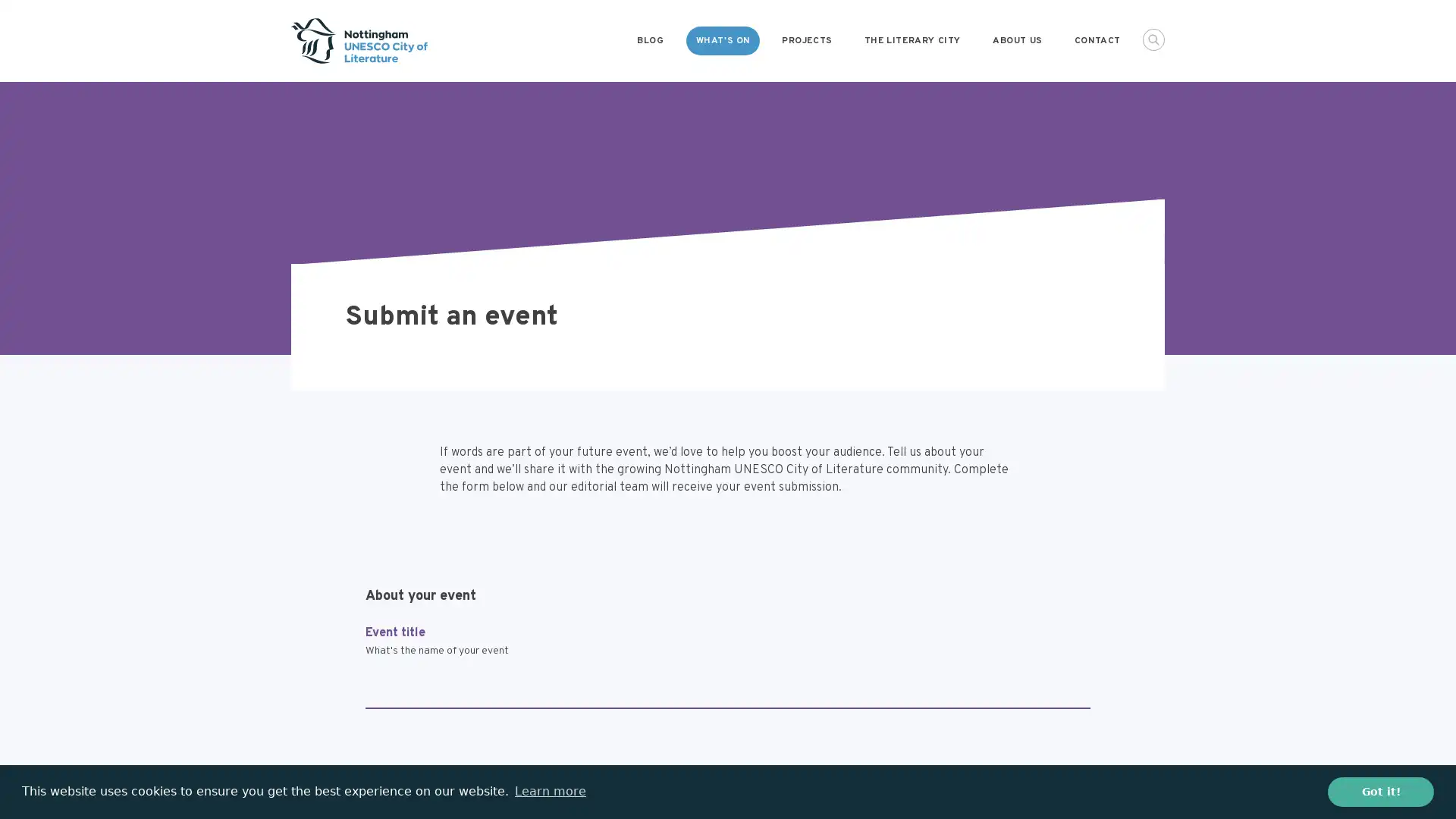  What do you see at coordinates (1380, 791) in the screenshot?
I see `dismiss cookie message` at bounding box center [1380, 791].